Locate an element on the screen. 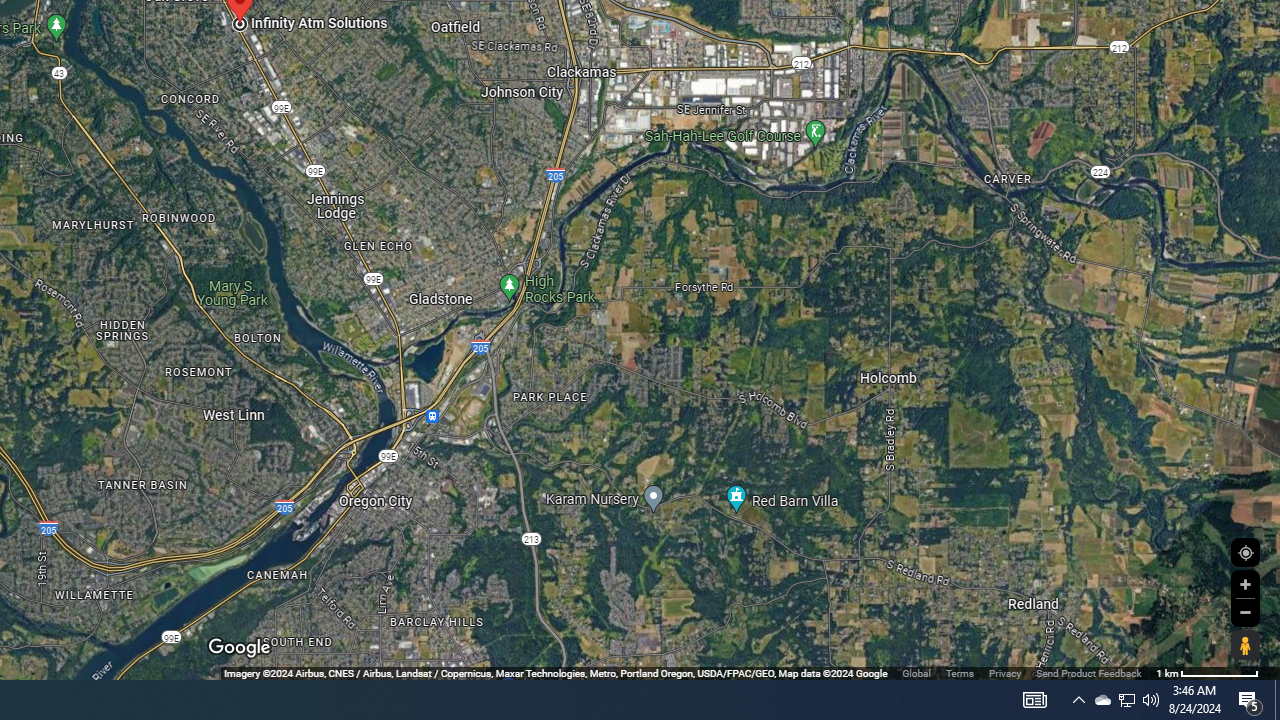 Image resolution: width=1280 pixels, height=720 pixels. 'Show Your Location' is located at coordinates (1244, 552).